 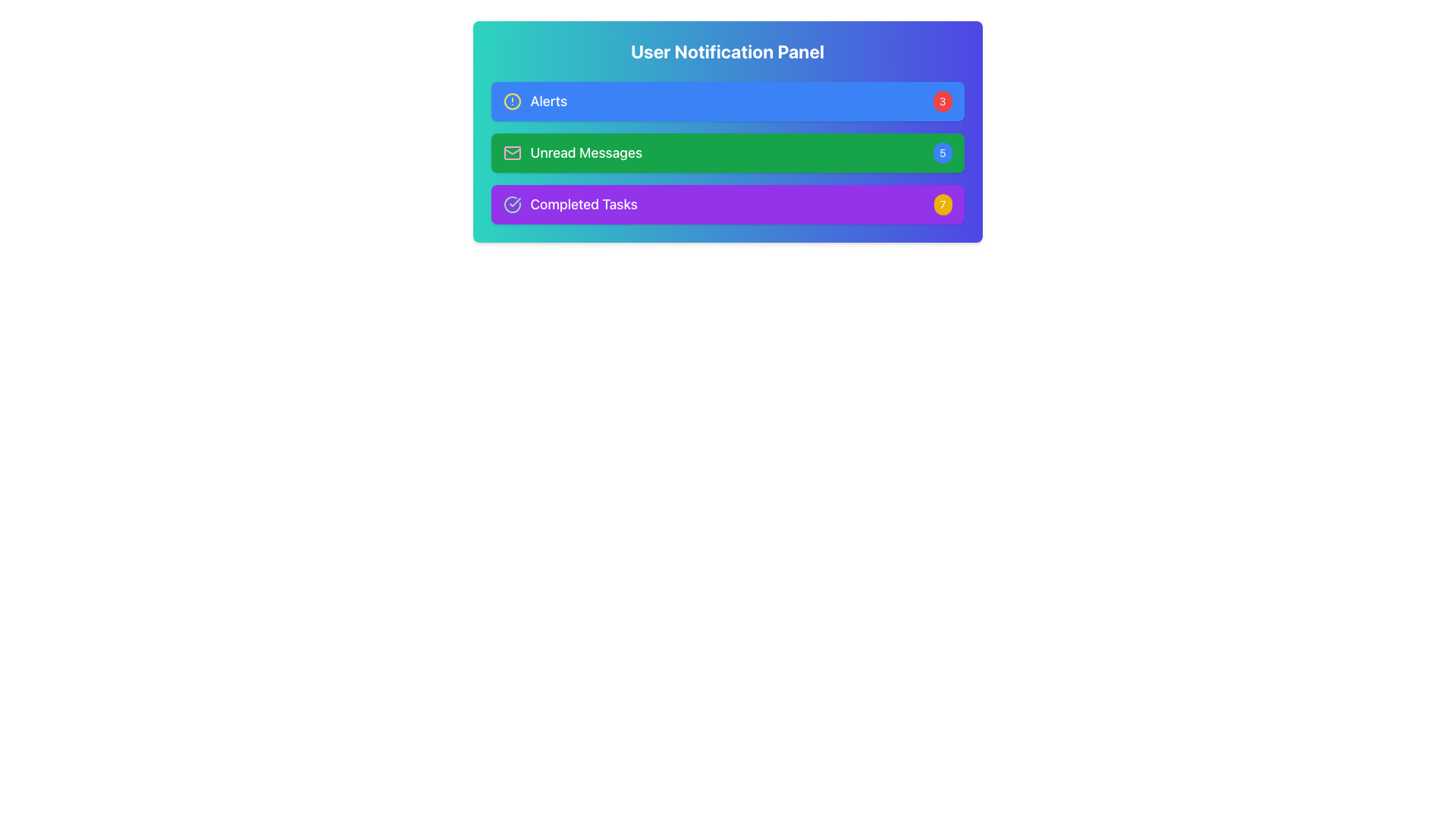 What do you see at coordinates (548, 102) in the screenshot?
I see `the text label that serves as the title for the topmost notification item in the notification panel for navigation or further interaction` at bounding box center [548, 102].